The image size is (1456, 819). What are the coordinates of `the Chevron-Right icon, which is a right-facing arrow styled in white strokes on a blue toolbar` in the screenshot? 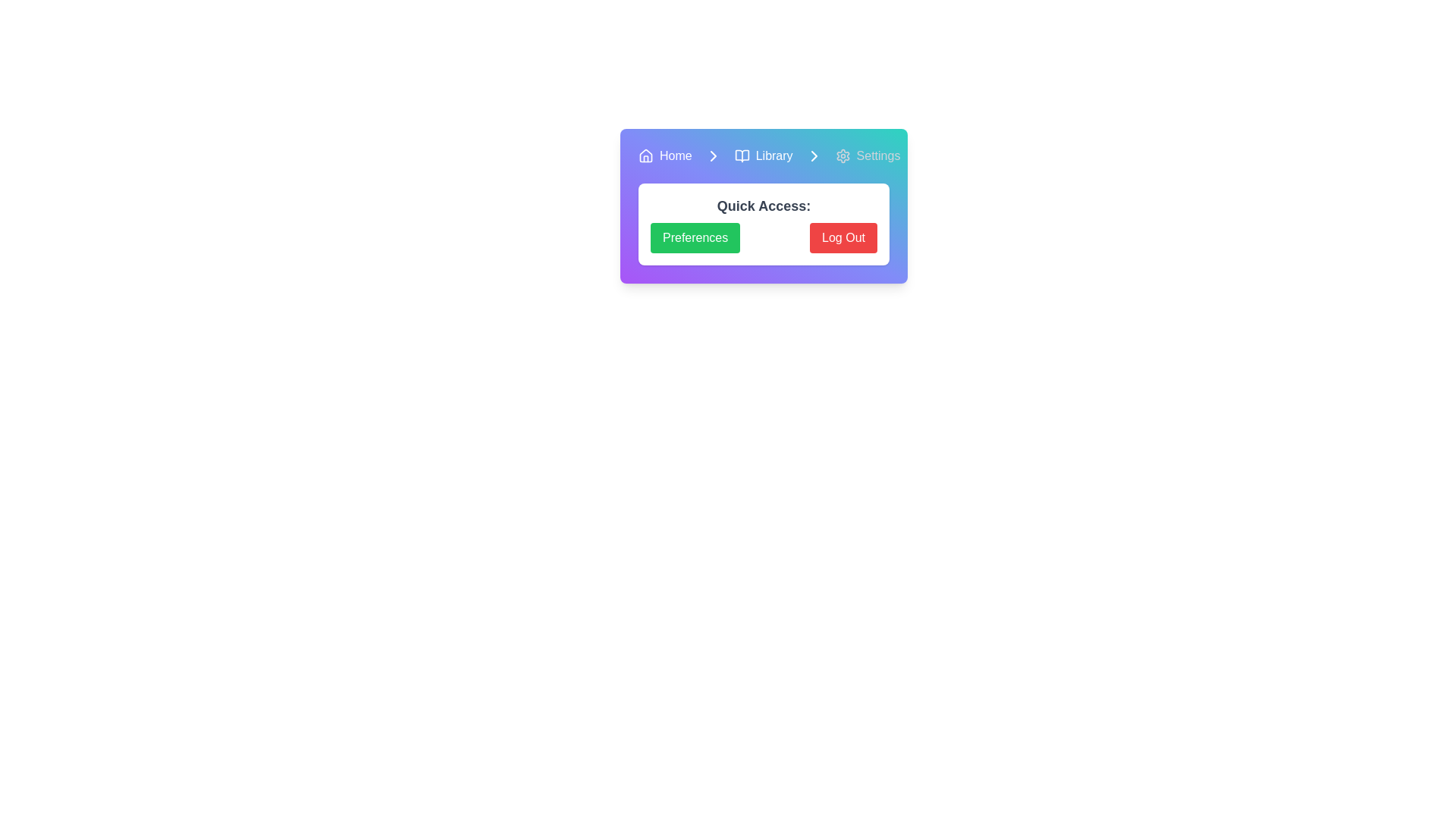 It's located at (813, 155).